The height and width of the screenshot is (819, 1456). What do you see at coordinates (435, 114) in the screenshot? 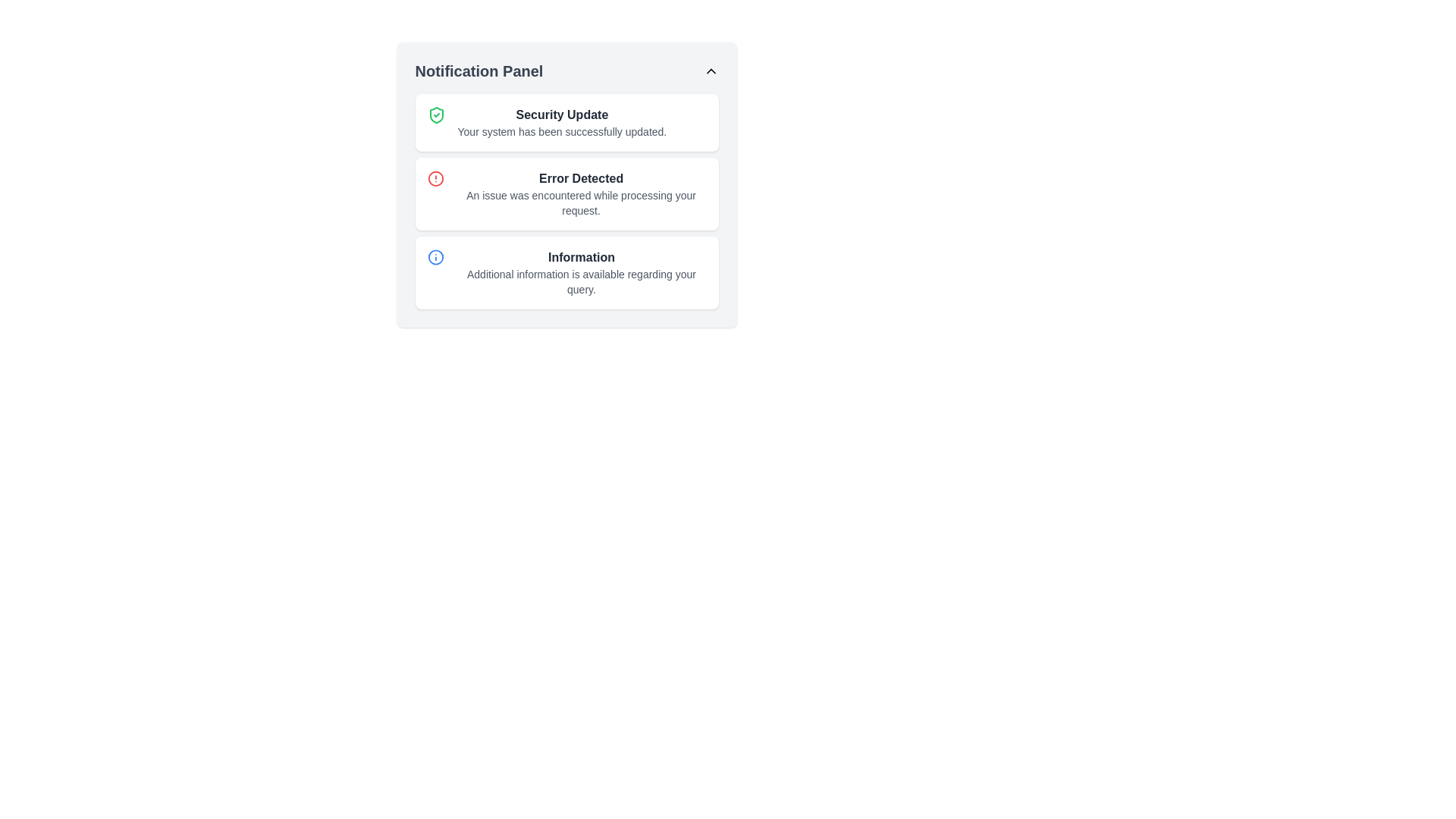
I see `the shield-shaped icon with a checkmark inside, which is colored green and indicates a positive status, located in the notification panel under 'Security Update Your system has been successfully updated'` at bounding box center [435, 114].